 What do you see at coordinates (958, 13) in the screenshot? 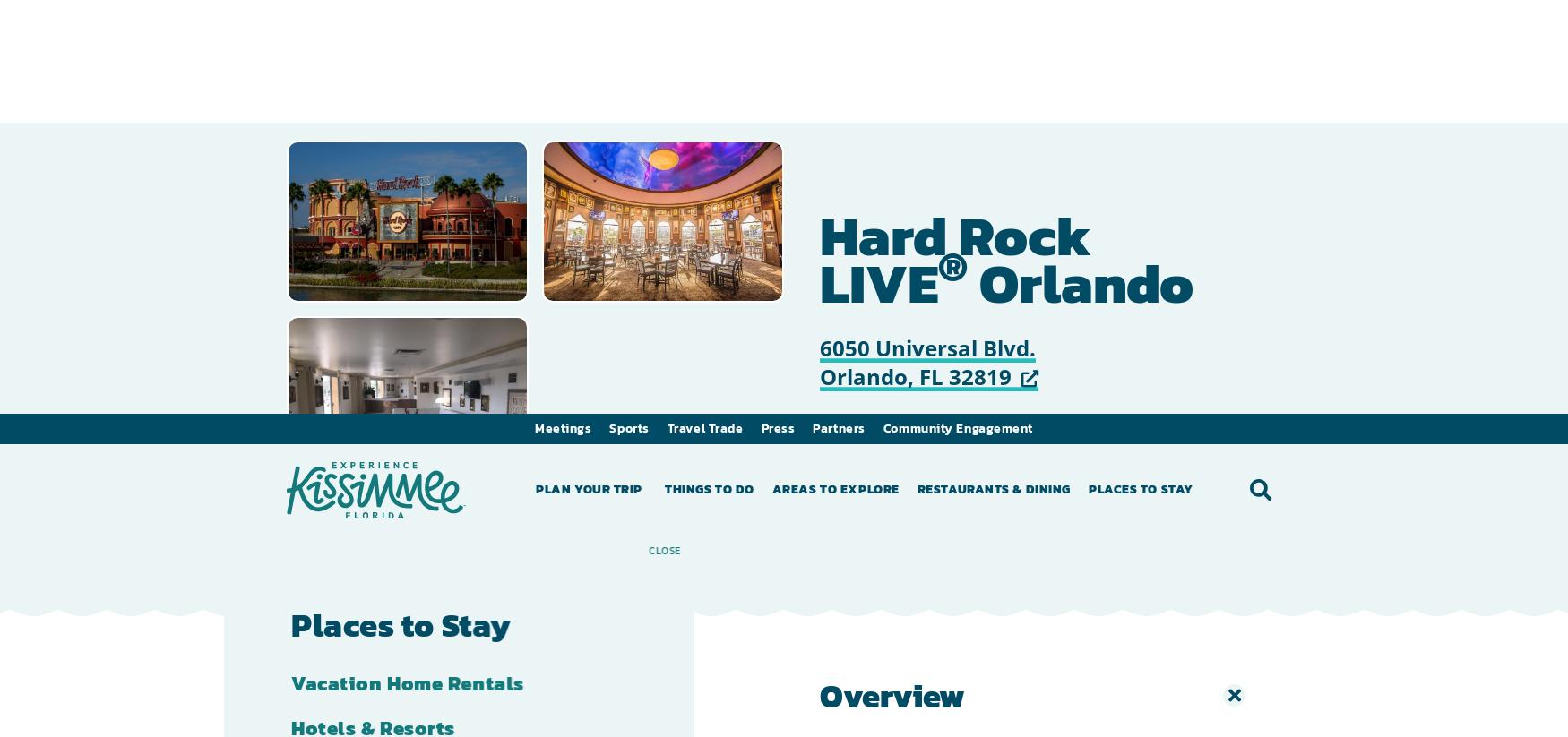
I see `'Community Engagement'` at bounding box center [958, 13].